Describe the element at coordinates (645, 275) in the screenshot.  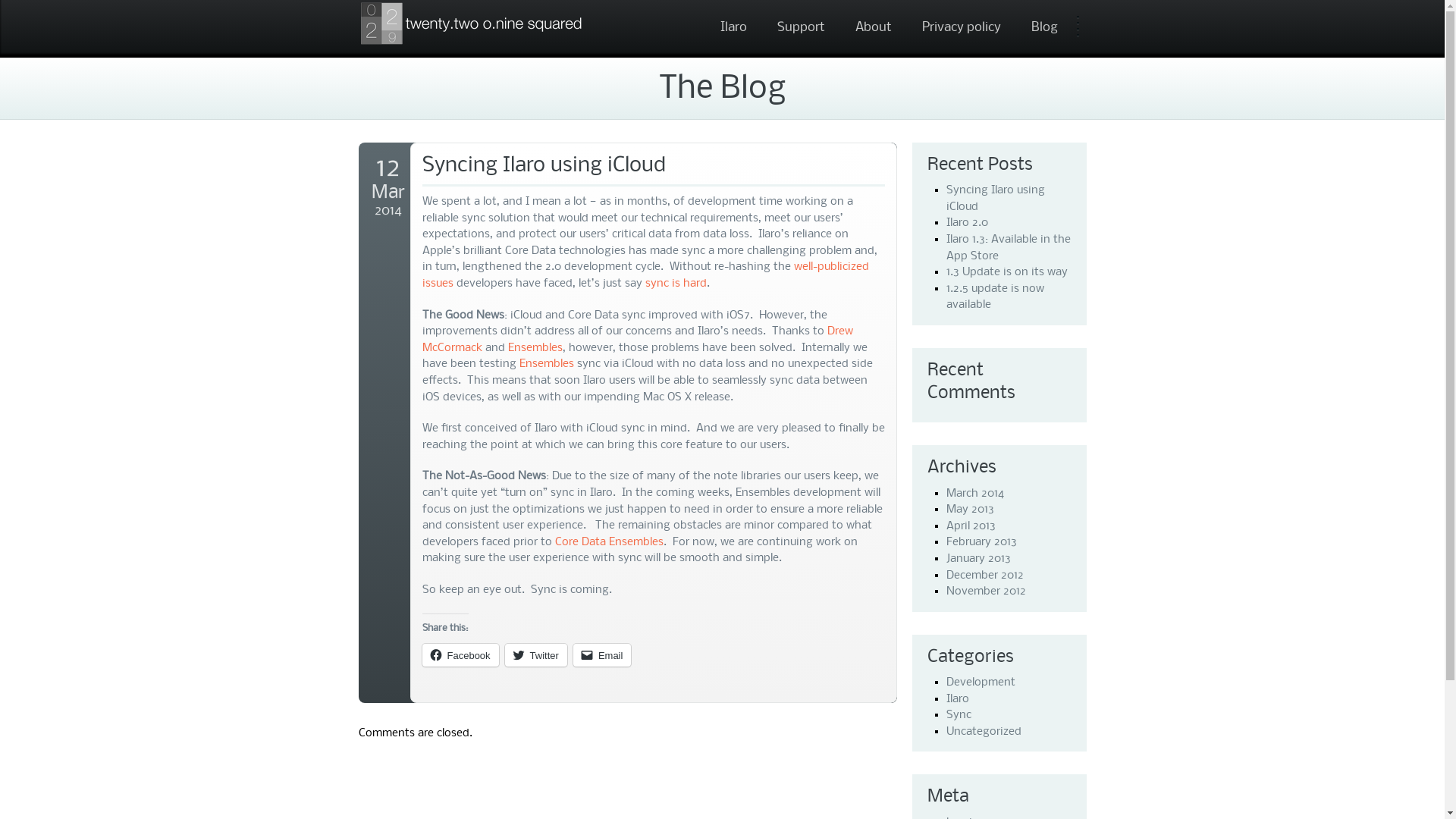
I see `'well-publicized issues'` at that location.